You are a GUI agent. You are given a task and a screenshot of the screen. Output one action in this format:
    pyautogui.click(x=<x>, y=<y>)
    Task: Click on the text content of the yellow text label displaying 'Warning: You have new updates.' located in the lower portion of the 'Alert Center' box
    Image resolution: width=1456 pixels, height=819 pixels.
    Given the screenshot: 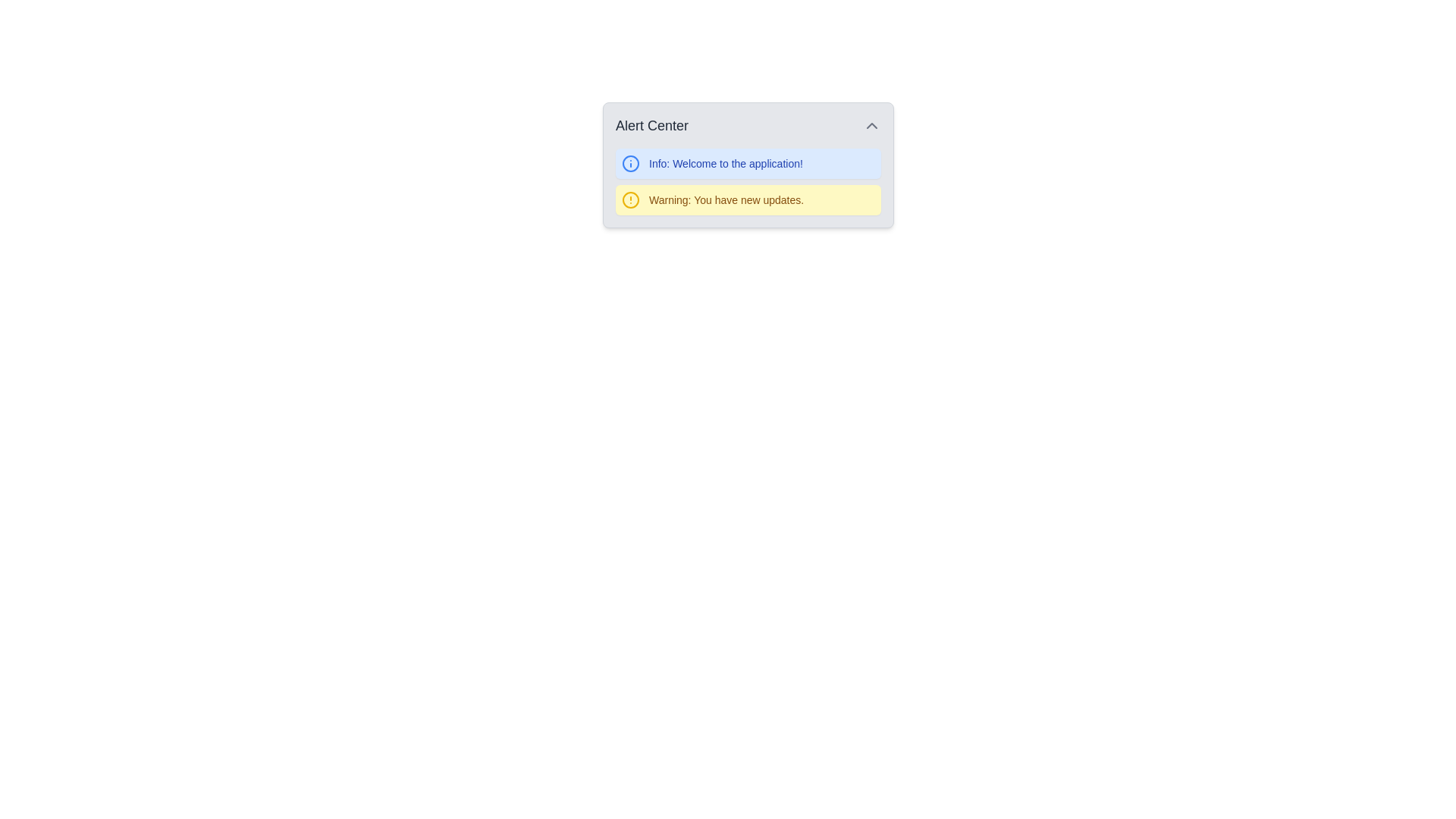 What is the action you would take?
    pyautogui.click(x=726, y=199)
    